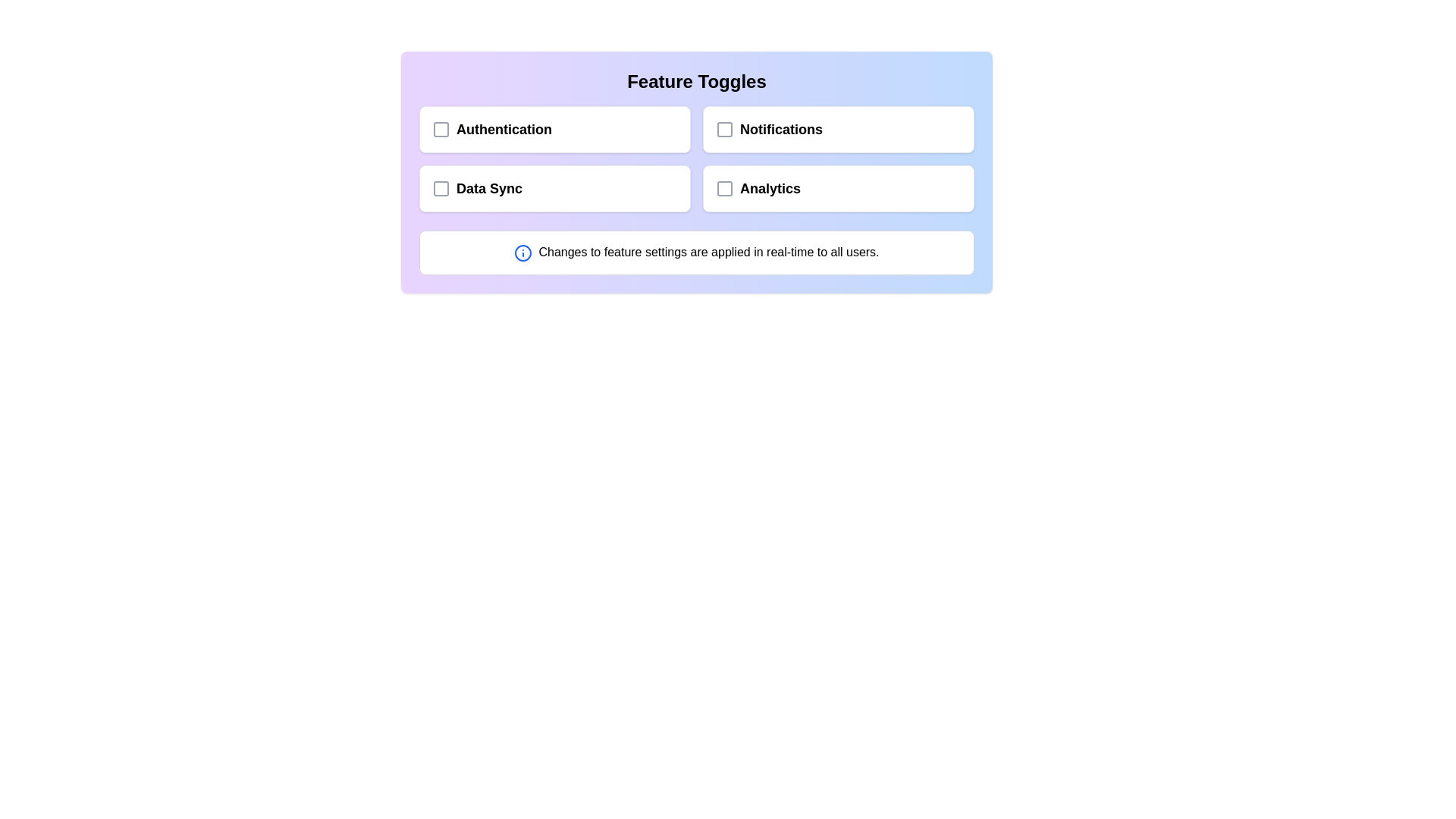 The width and height of the screenshot is (1456, 819). Describe the element at coordinates (440, 128) in the screenshot. I see `the SVG rectangle with rounded corners next to the 'Authentication' label` at that location.